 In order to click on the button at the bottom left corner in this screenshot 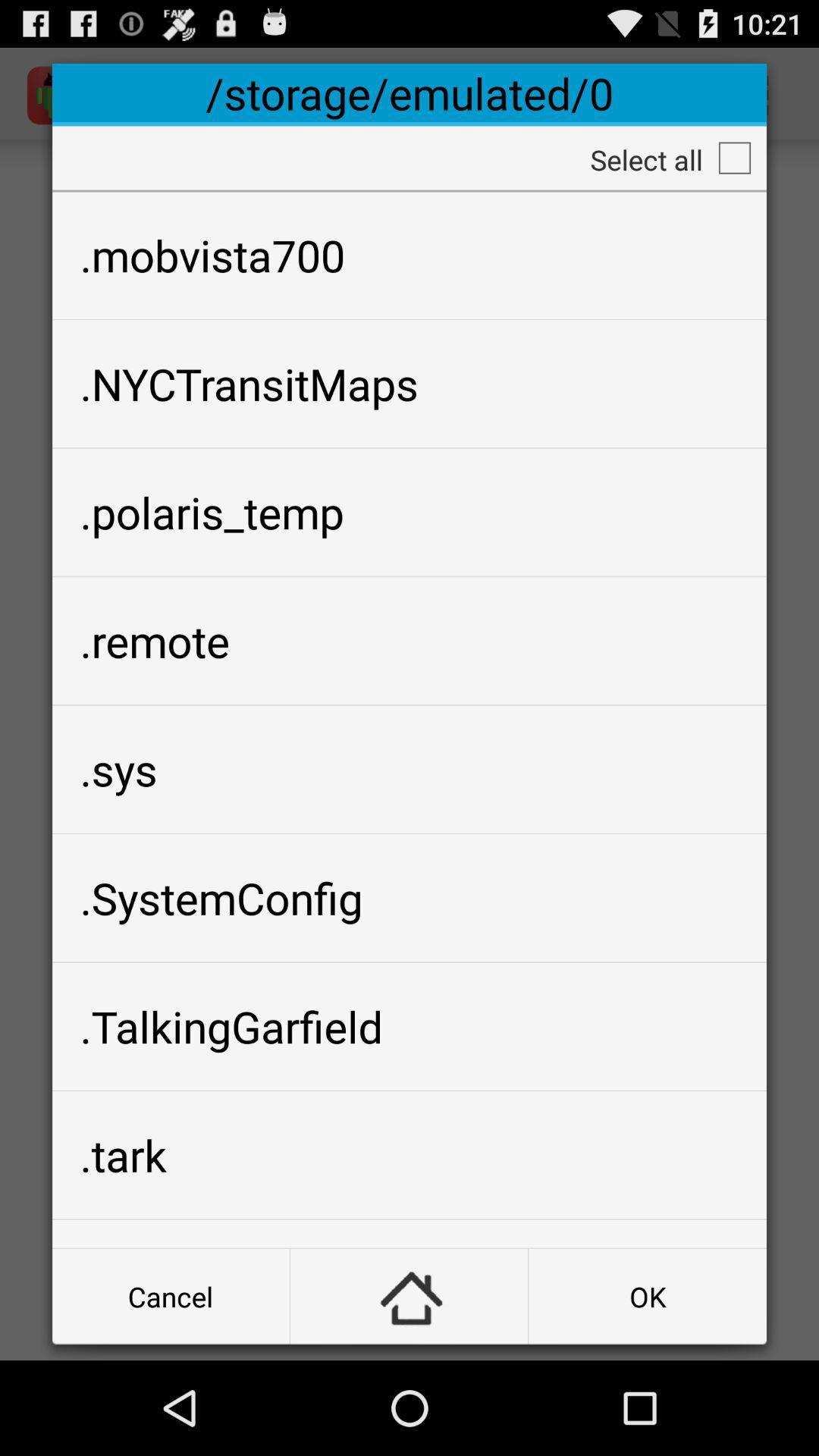, I will do `click(171, 1295)`.